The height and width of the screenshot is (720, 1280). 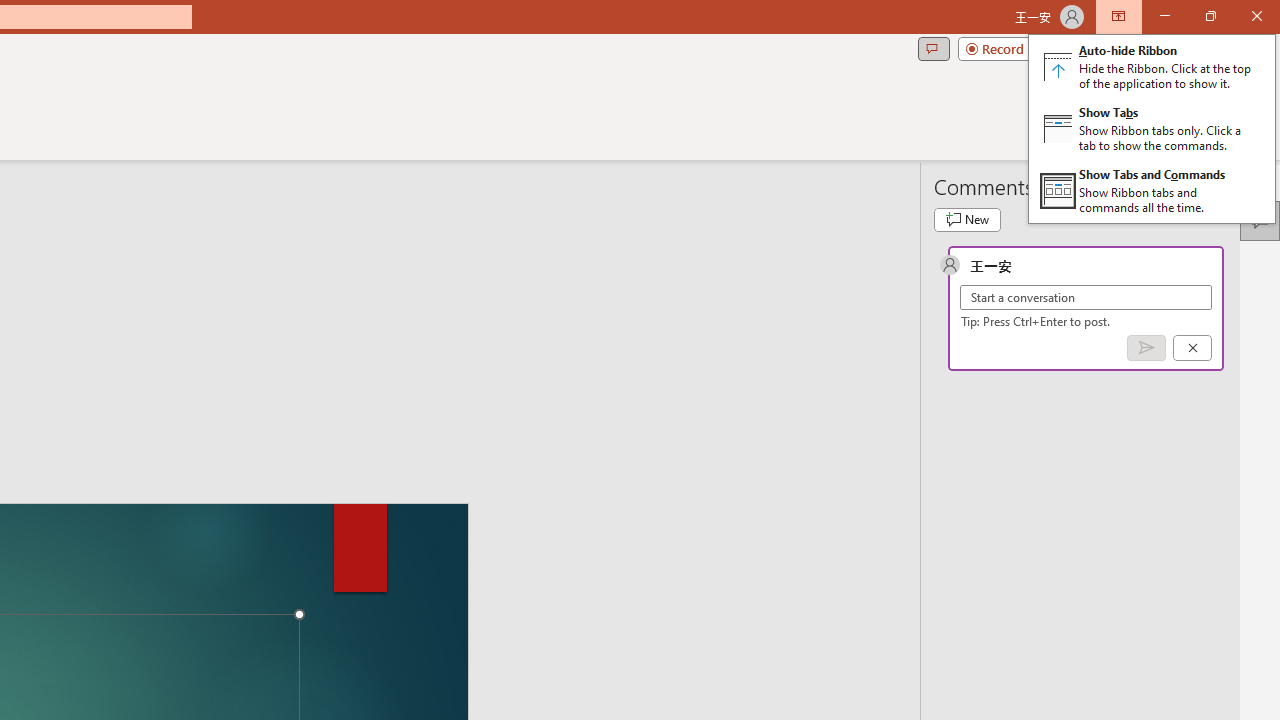 What do you see at coordinates (1192, 346) in the screenshot?
I see `'Cancel'` at bounding box center [1192, 346].